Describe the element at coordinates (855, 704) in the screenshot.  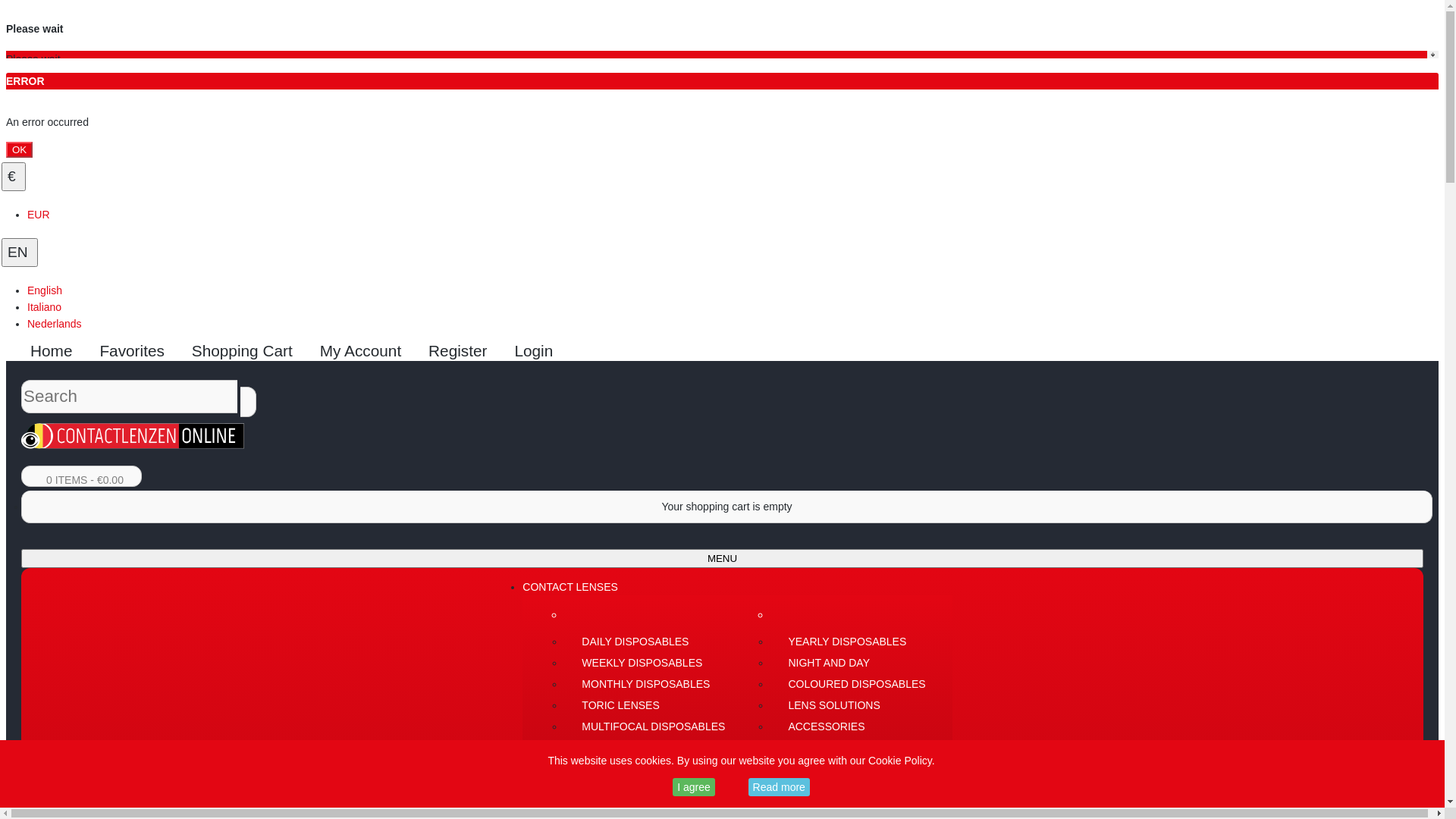
I see `'LENS SOLUTIONS'` at that location.